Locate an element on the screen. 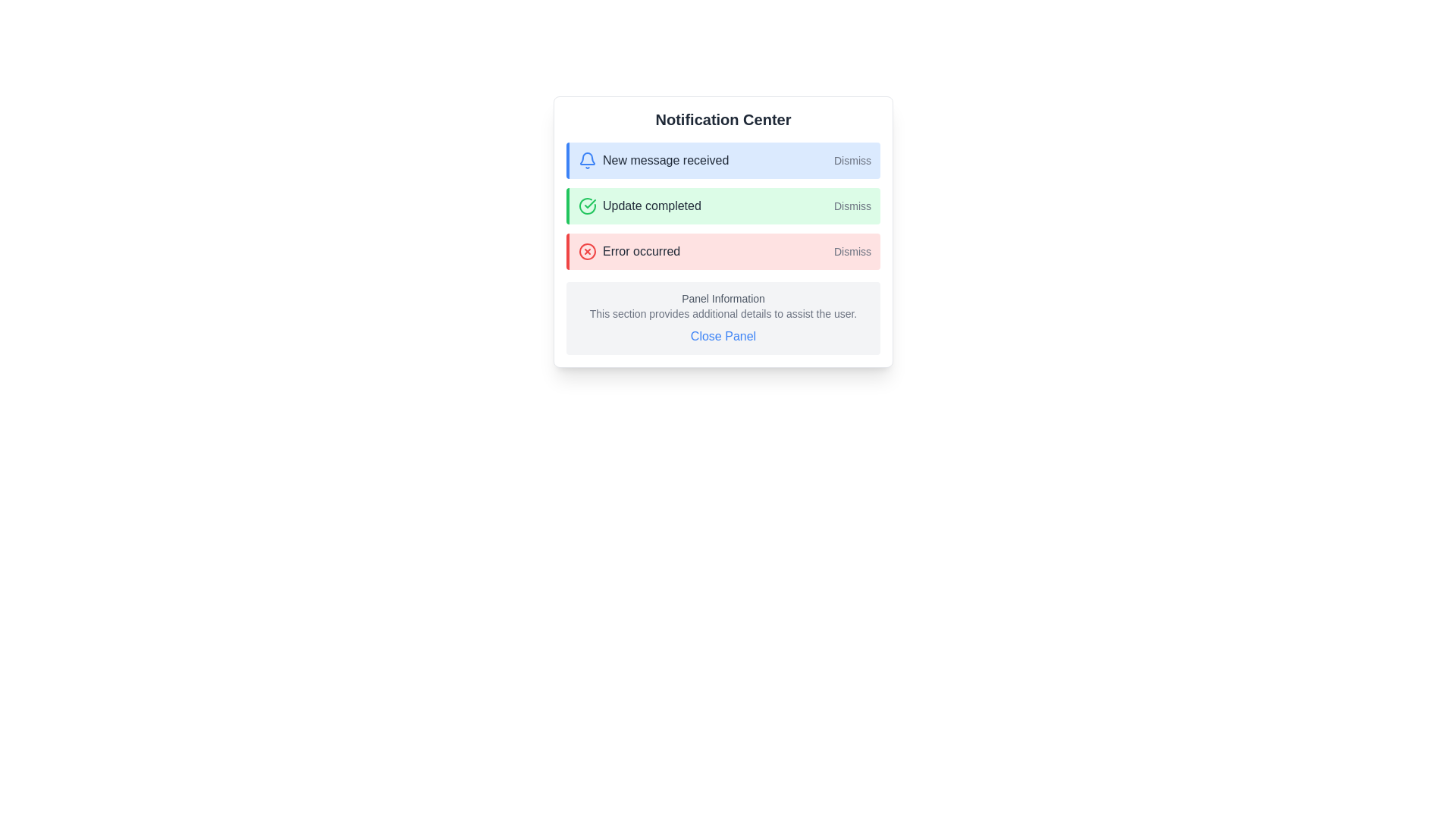 Image resolution: width=1456 pixels, height=819 pixels. the leftmost notification icon in the 'New message received' entry for additional interactions is located at coordinates (586, 161).